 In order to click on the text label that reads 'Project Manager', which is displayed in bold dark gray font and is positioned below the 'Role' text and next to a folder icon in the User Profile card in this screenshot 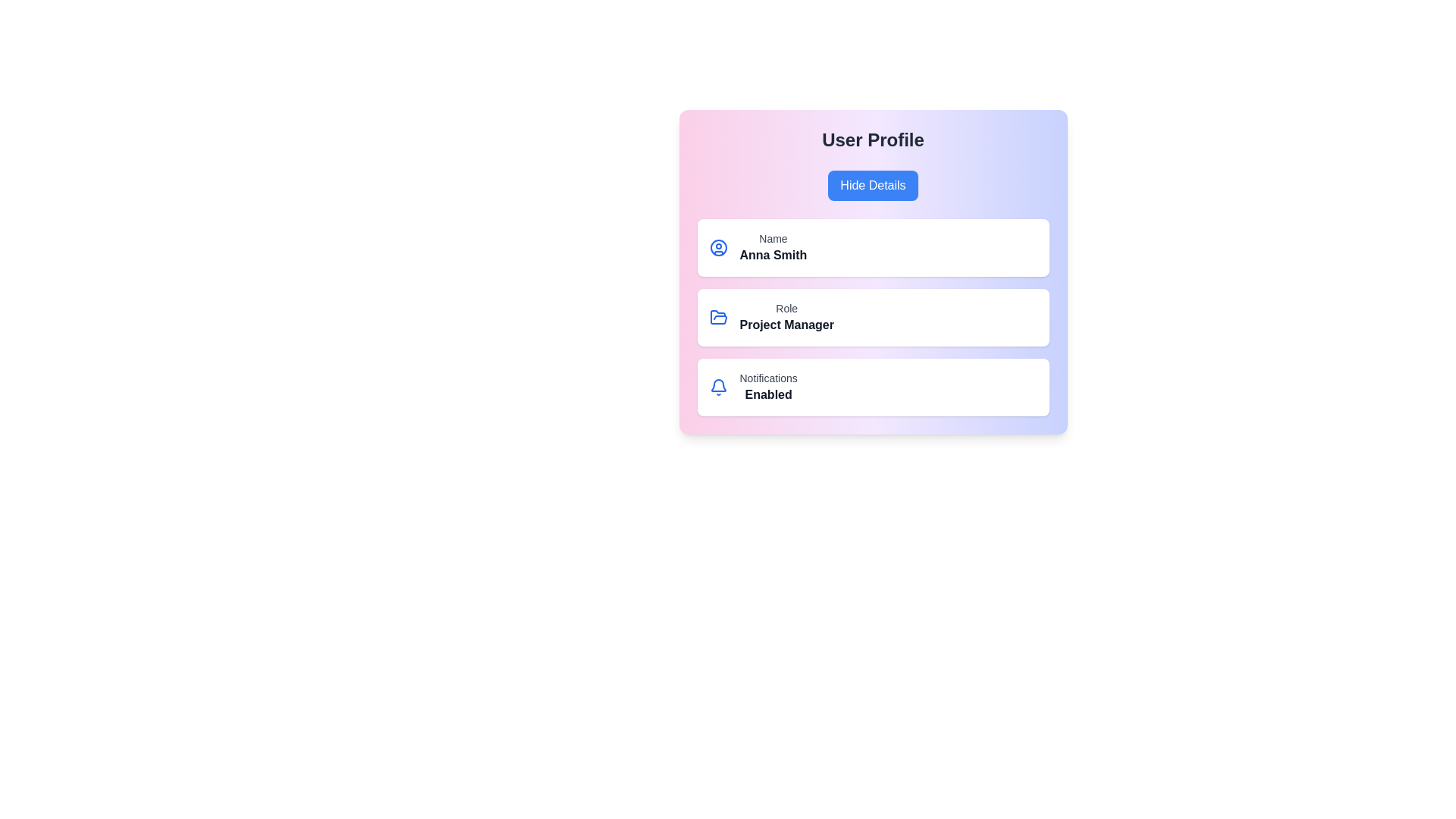, I will do `click(786, 324)`.